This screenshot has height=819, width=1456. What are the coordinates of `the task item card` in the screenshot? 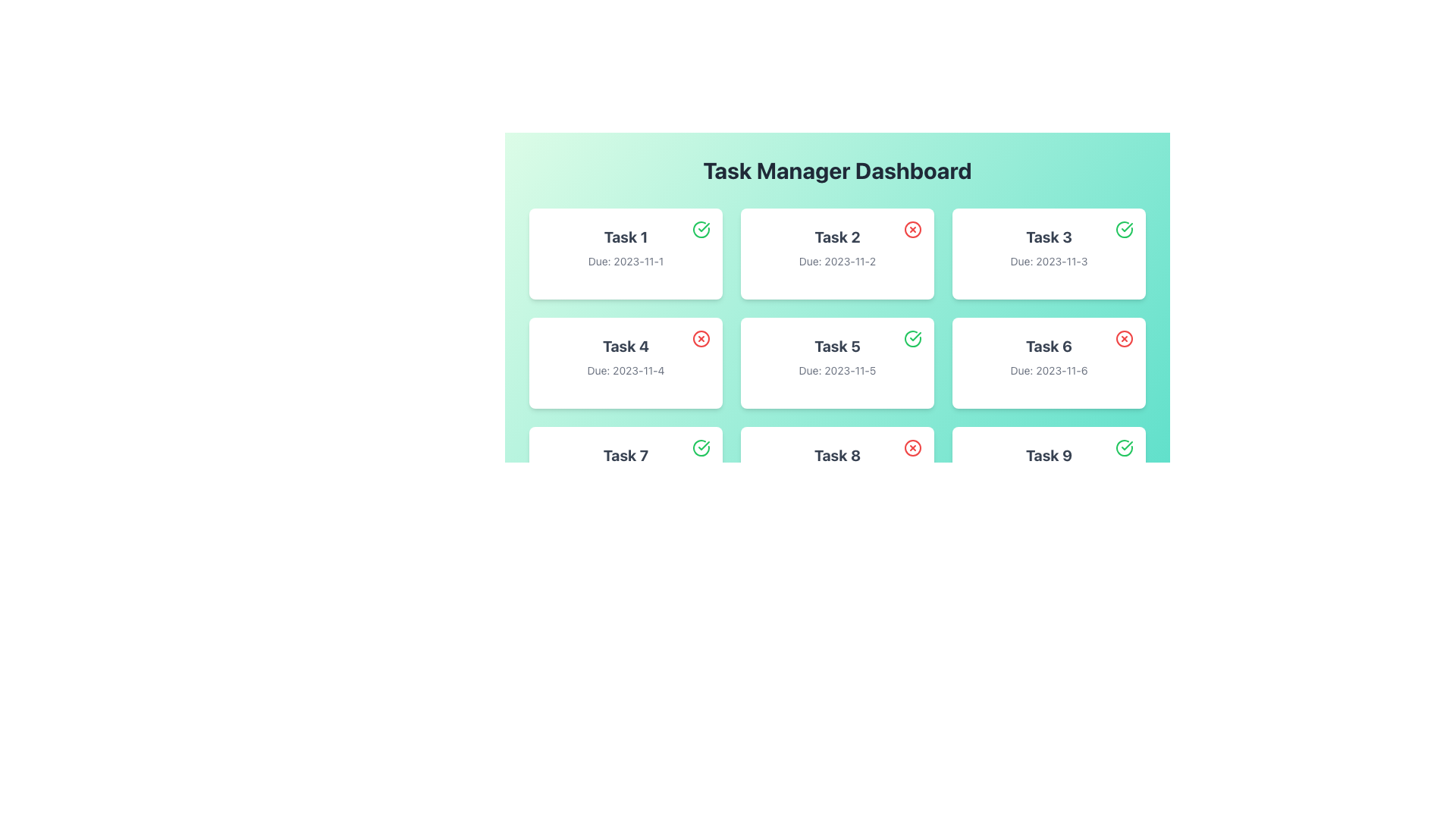 It's located at (1048, 253).